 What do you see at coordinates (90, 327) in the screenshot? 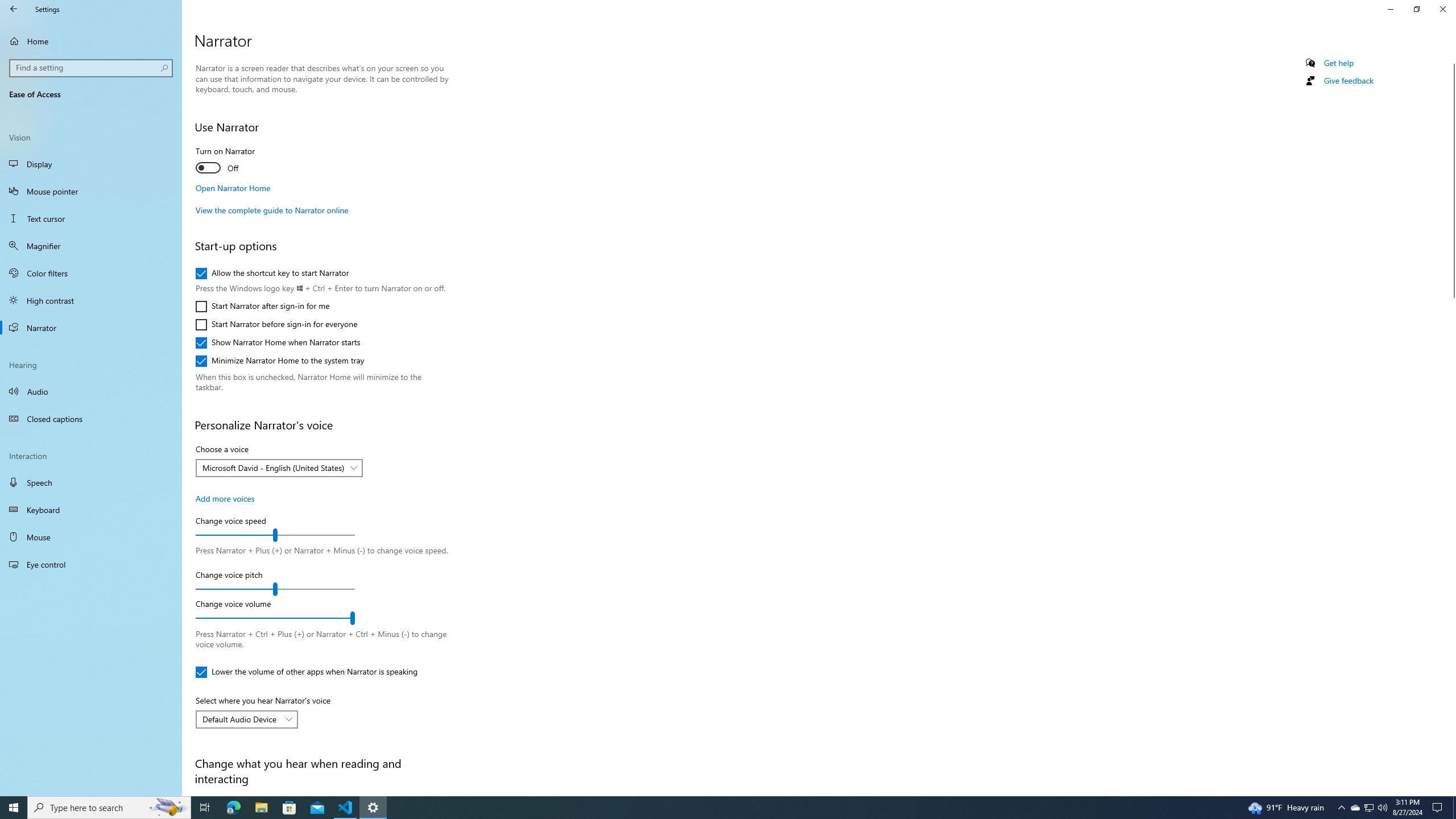
I see `'Narrator'` at bounding box center [90, 327].